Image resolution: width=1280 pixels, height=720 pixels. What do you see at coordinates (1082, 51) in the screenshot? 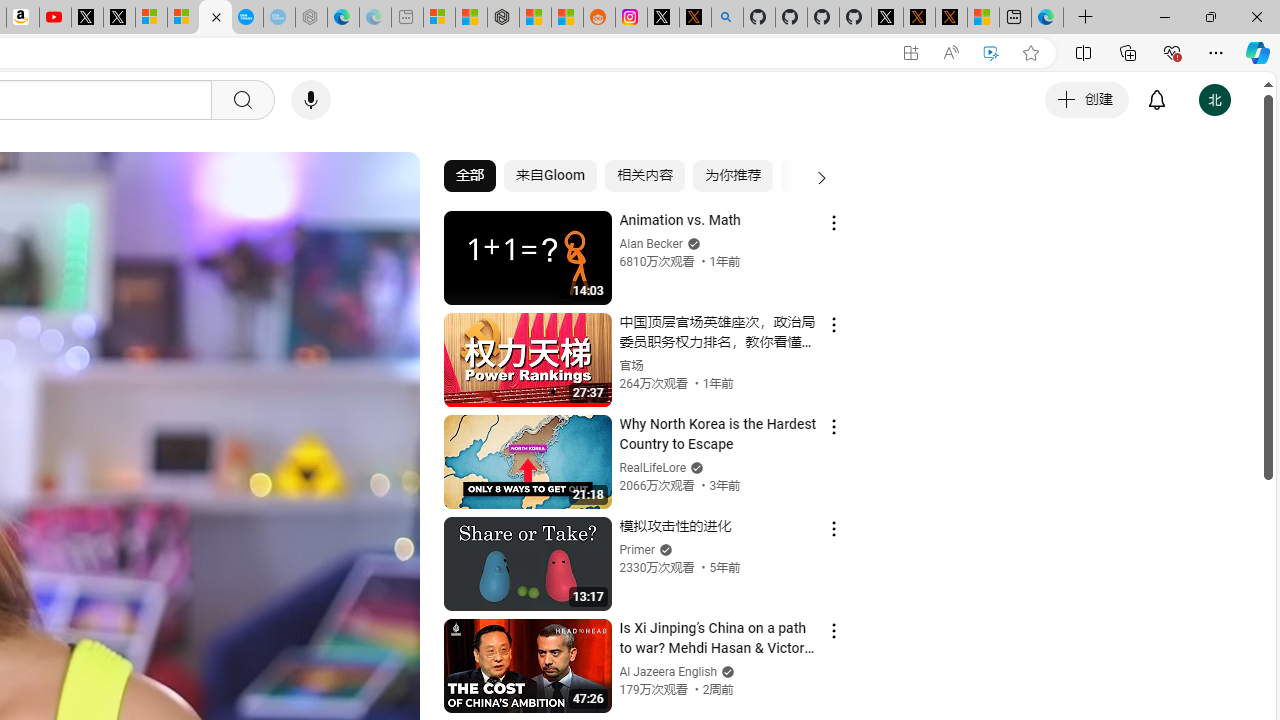
I see `'Split screen'` at bounding box center [1082, 51].